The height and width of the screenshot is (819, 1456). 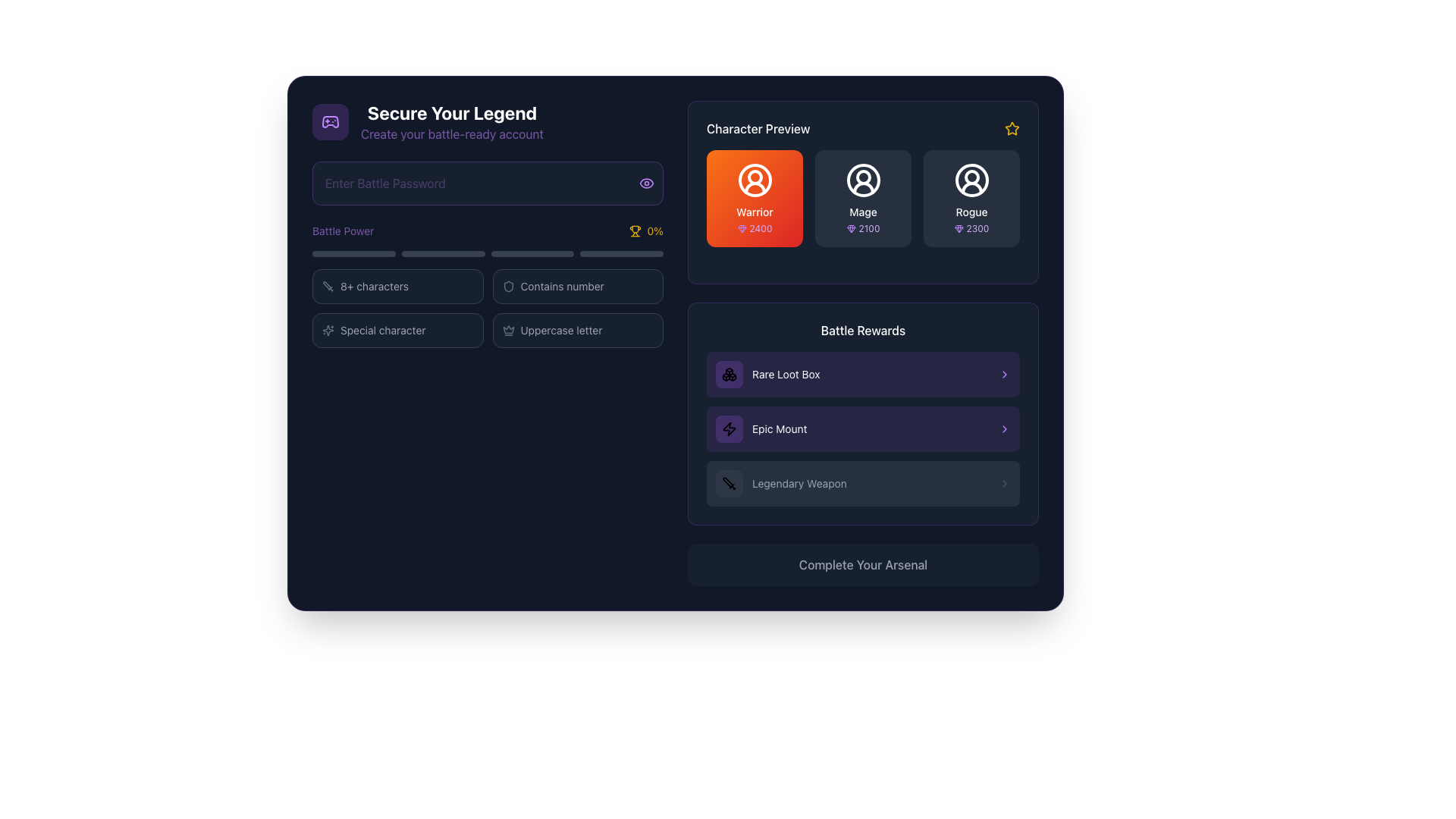 I want to click on the right-pointing chevron icon with a purple border, located at the far-right of the 'Rare Loot Box' card, so click(x=1004, y=374).